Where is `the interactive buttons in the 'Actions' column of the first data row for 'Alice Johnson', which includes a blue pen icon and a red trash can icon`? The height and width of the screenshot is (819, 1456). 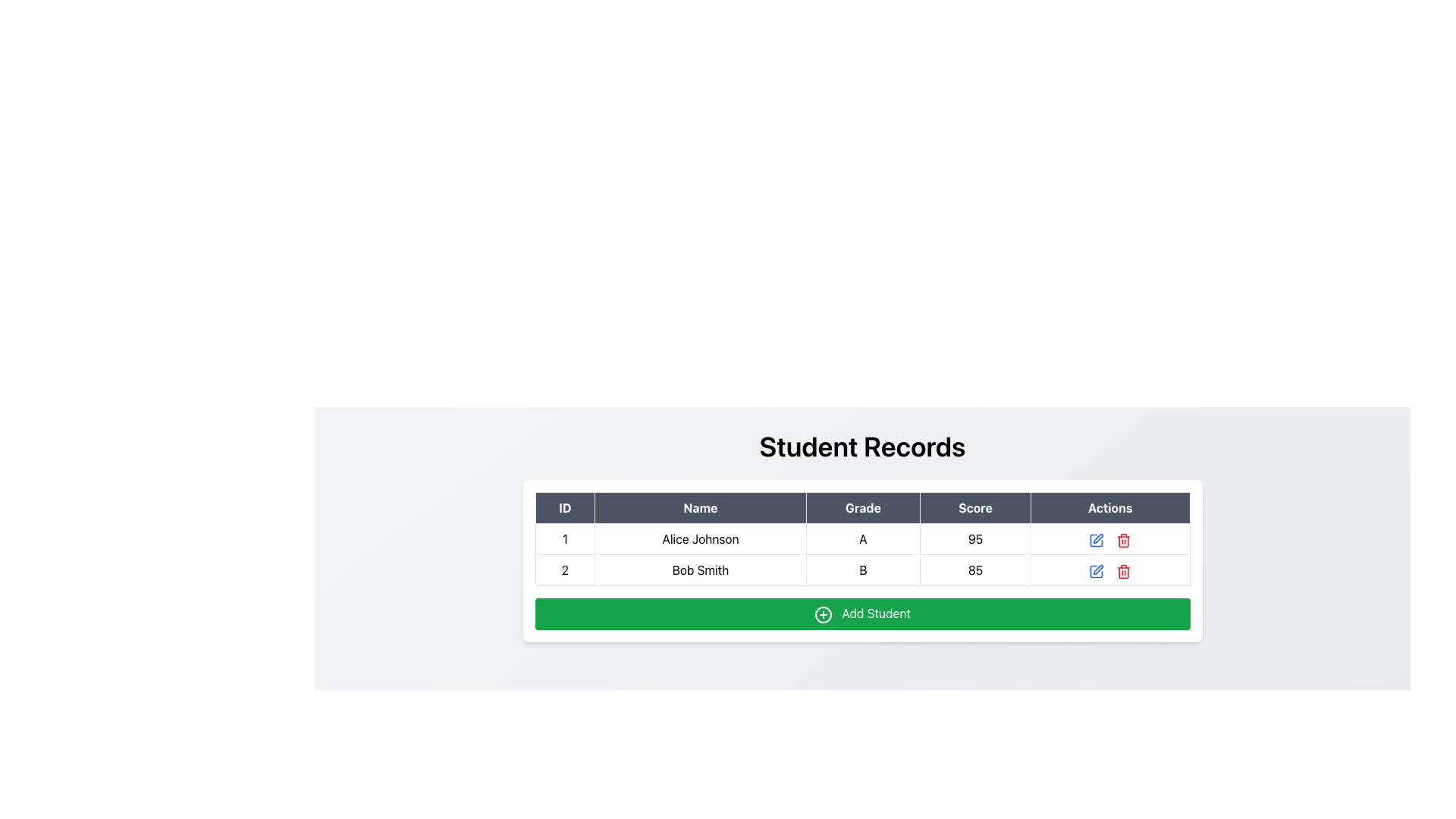 the interactive buttons in the 'Actions' column of the first data row for 'Alice Johnson', which includes a blue pen icon and a red trash can icon is located at coordinates (1110, 538).